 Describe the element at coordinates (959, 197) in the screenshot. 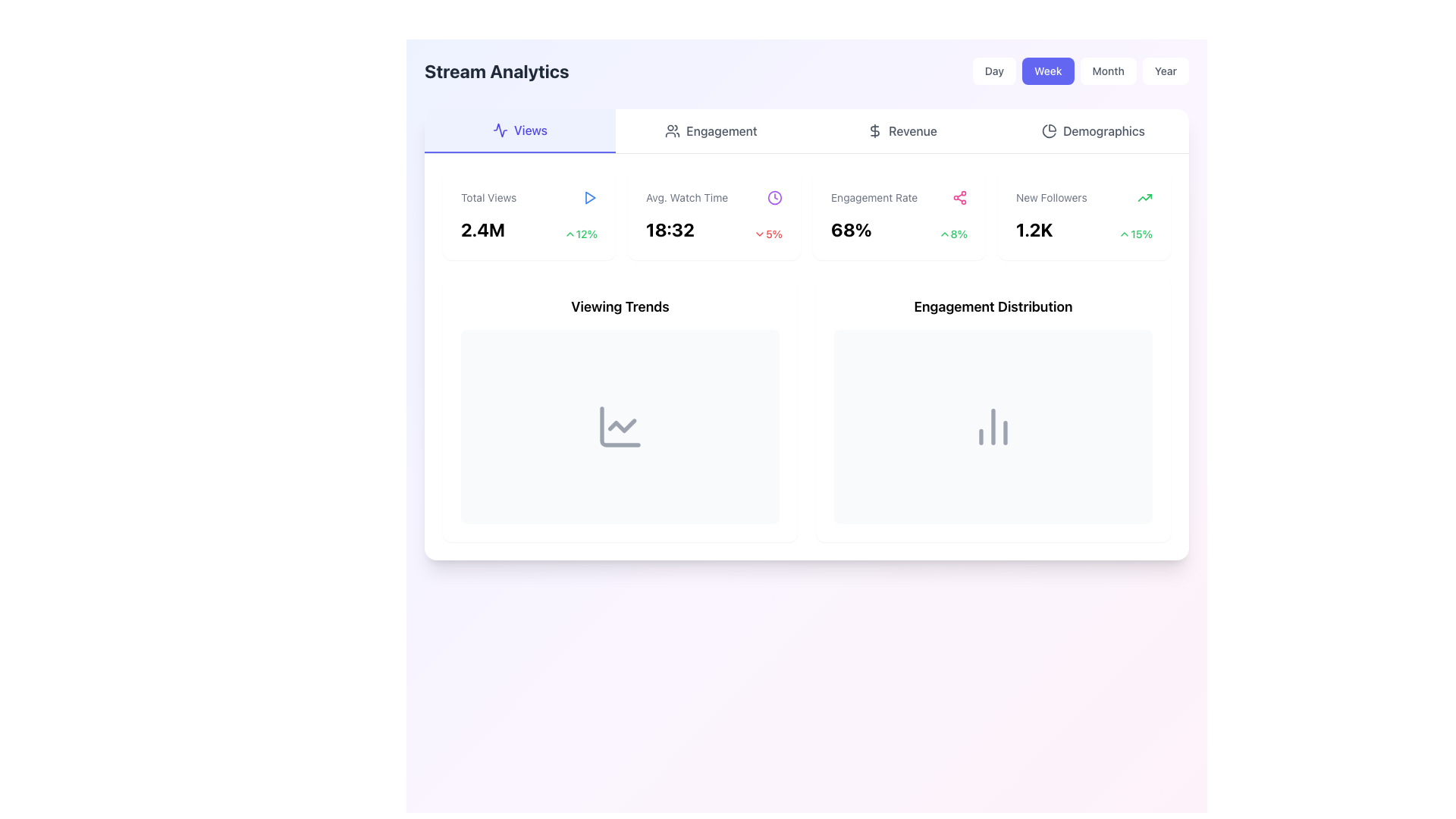

I see `the share or action button icon located near the top center of the display within the 'Engagement Rate' card, positioned to the right of the '68%' text` at that location.